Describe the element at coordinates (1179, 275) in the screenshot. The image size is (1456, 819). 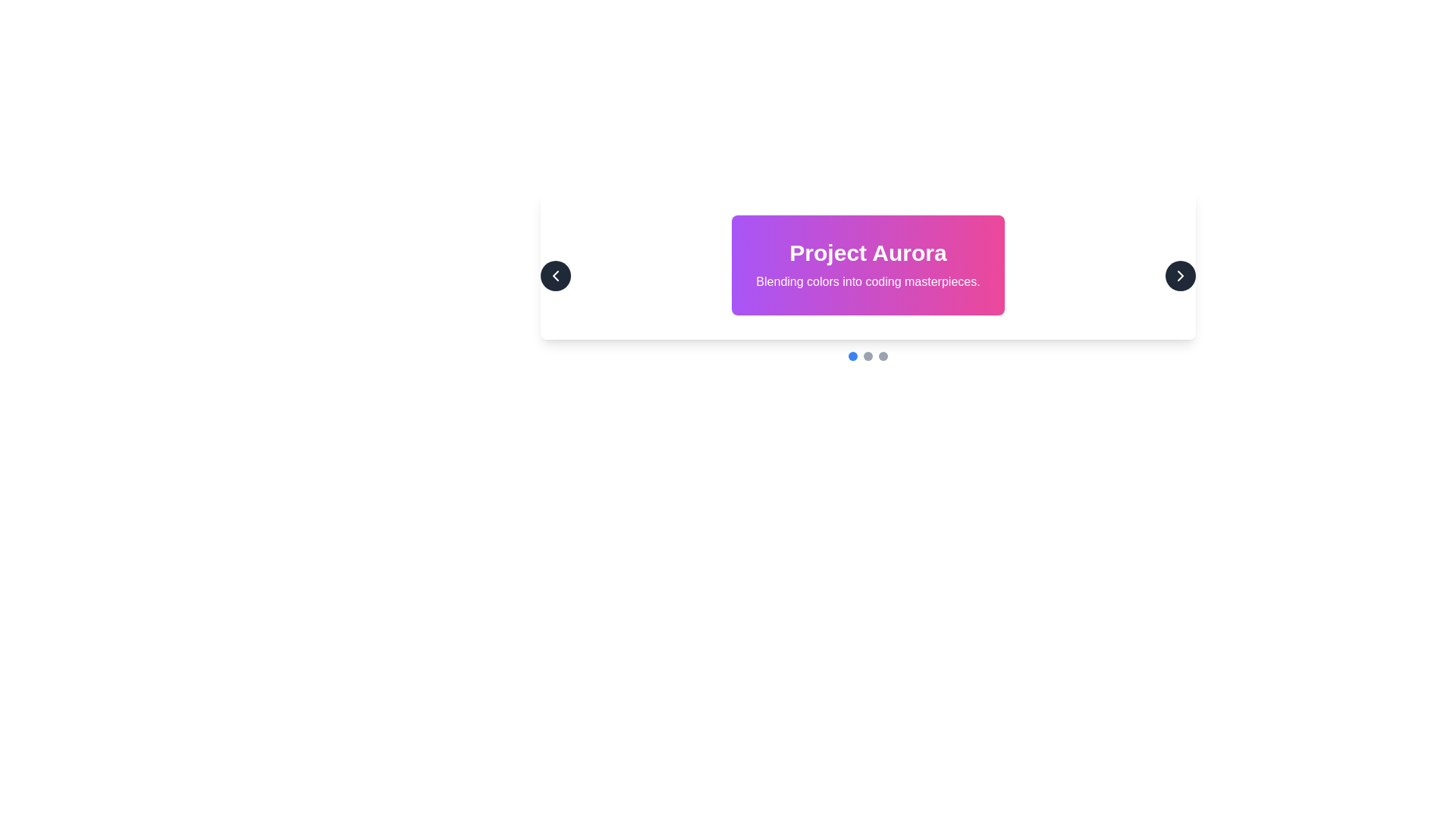
I see `the right-side navigation button for the carousel to observe the hover effect` at that location.